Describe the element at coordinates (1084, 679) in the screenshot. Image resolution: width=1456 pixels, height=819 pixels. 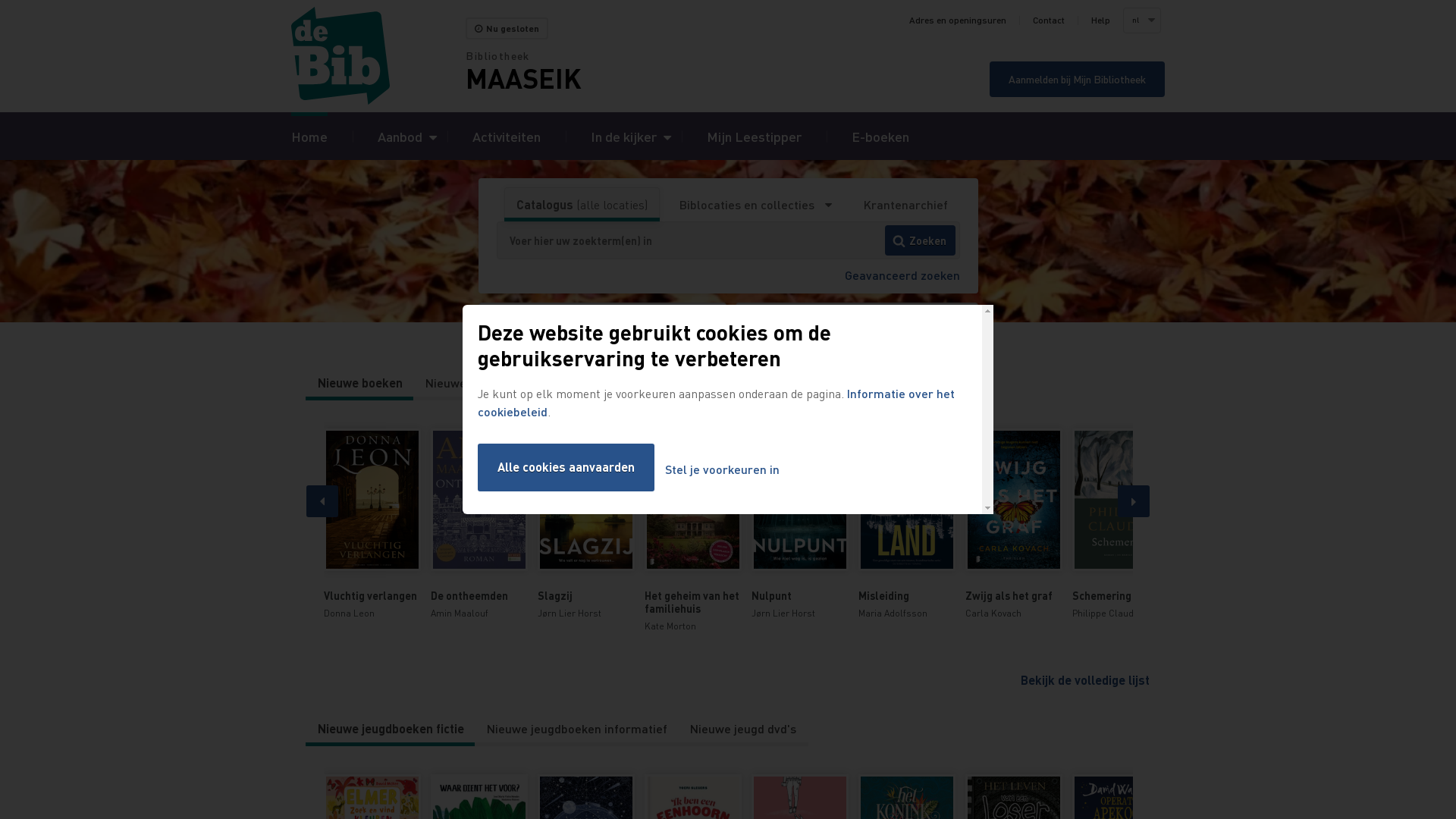
I see `'Bekijk de volledige lijst'` at that location.